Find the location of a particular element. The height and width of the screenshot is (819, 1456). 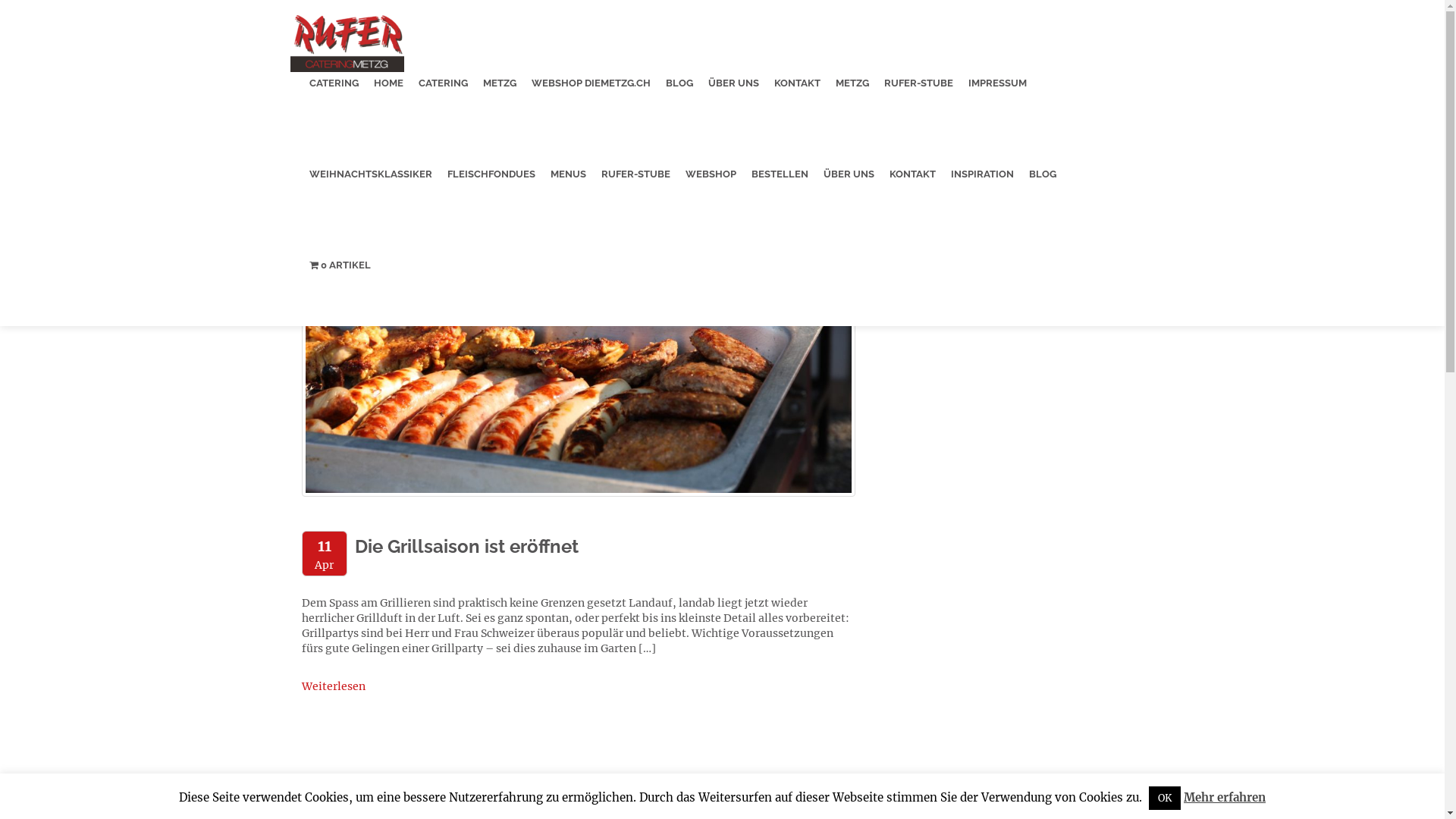

'RUFER-STUBE' is located at coordinates (635, 174).